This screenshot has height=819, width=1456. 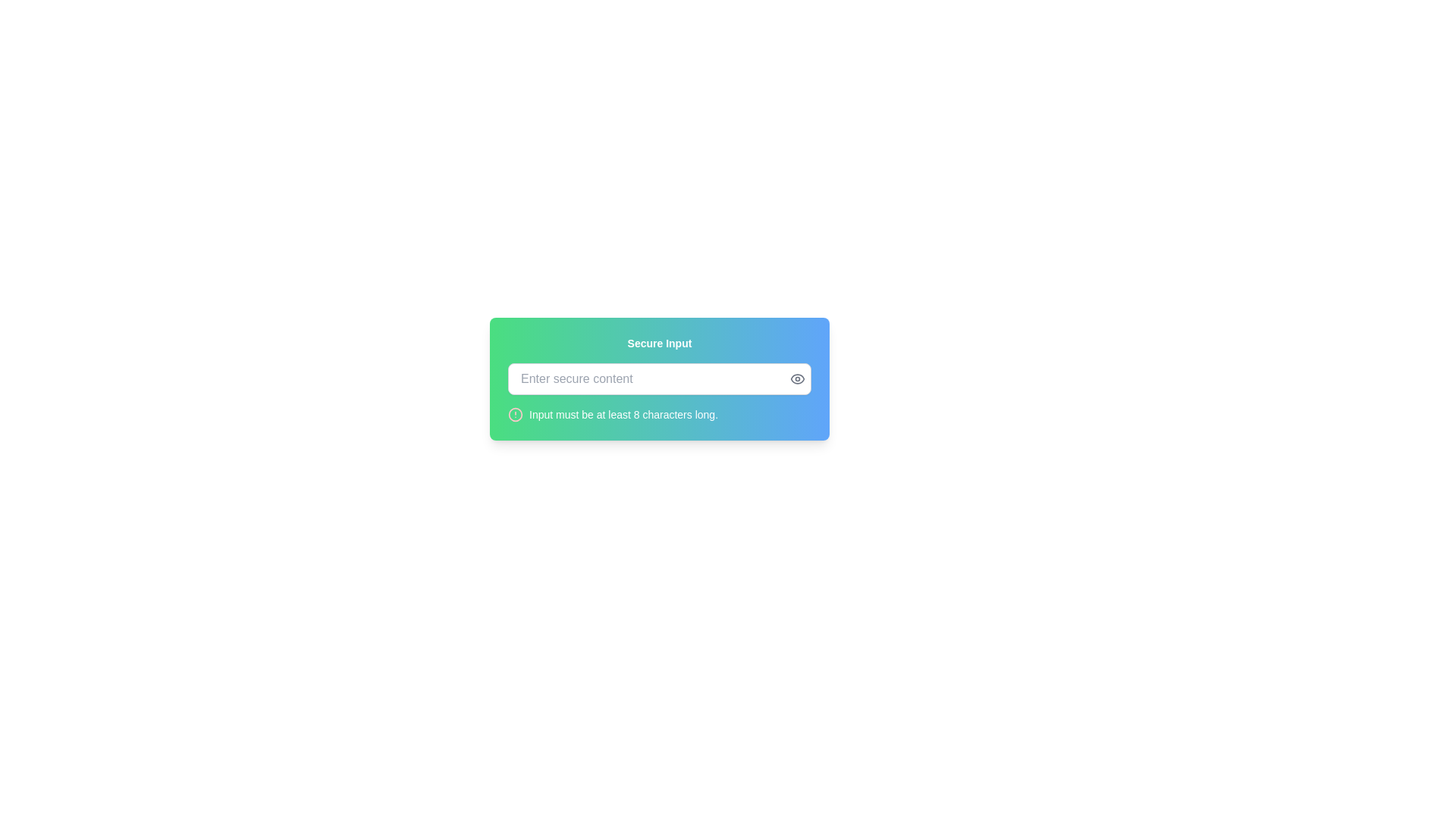 What do you see at coordinates (516, 415) in the screenshot?
I see `the Circular warning icon located to the left of the warning message indicating a validation error` at bounding box center [516, 415].